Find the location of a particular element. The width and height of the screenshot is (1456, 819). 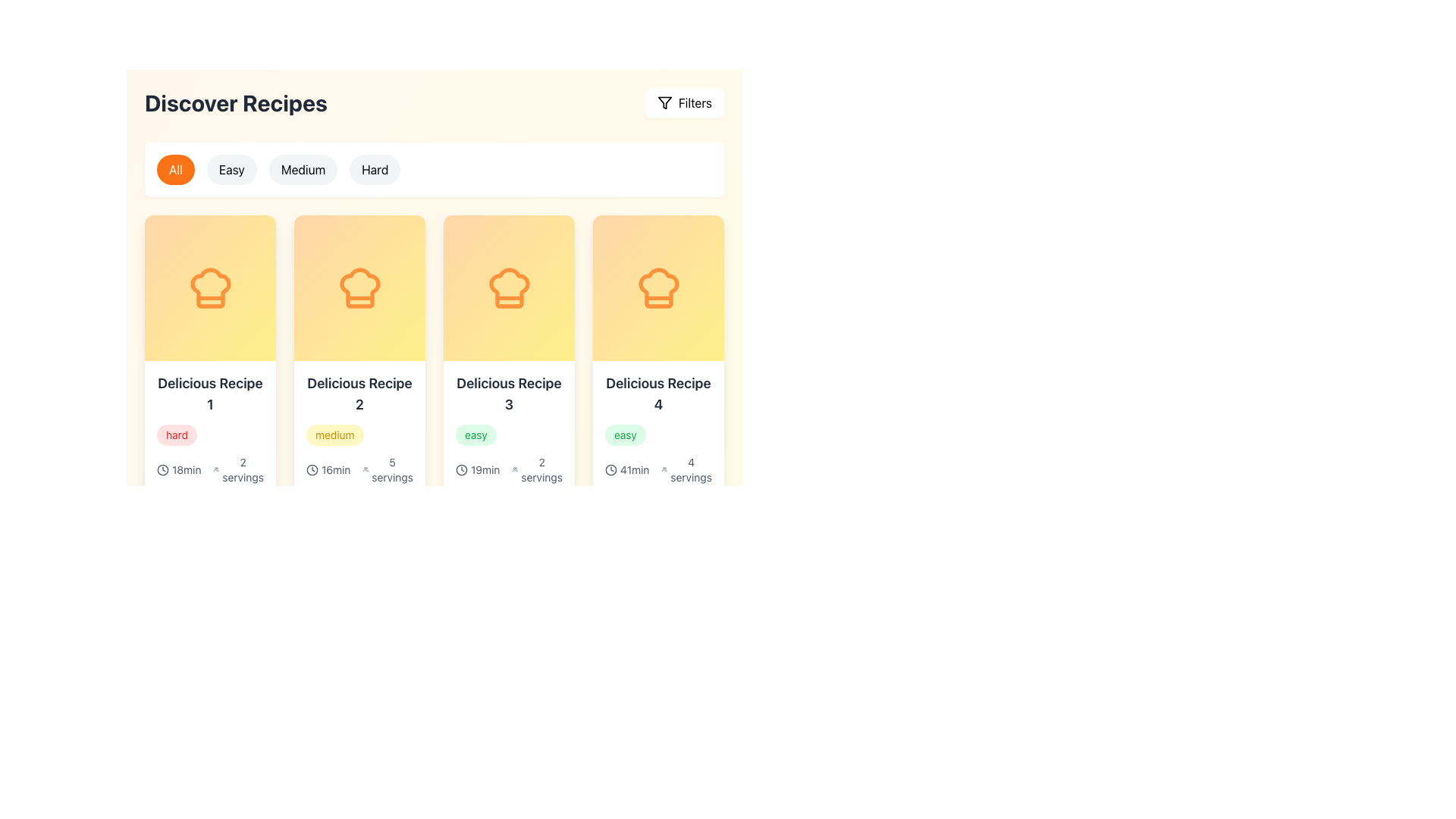

the serving size icon located to the left of the text '4 servings' in the recipe card for 'Delicious Recipe 4' is located at coordinates (664, 469).